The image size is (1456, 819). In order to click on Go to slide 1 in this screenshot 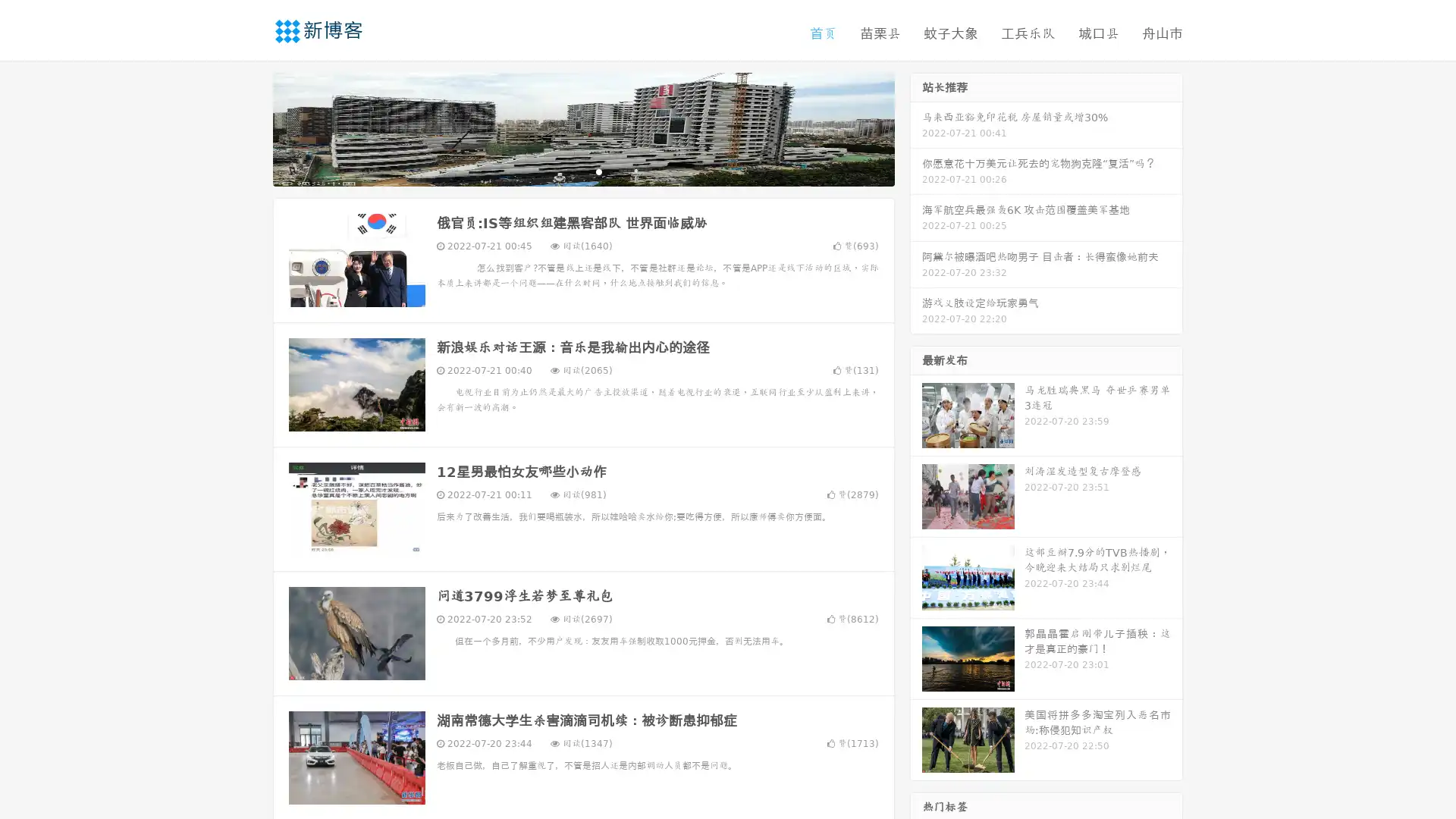, I will do `click(567, 171)`.